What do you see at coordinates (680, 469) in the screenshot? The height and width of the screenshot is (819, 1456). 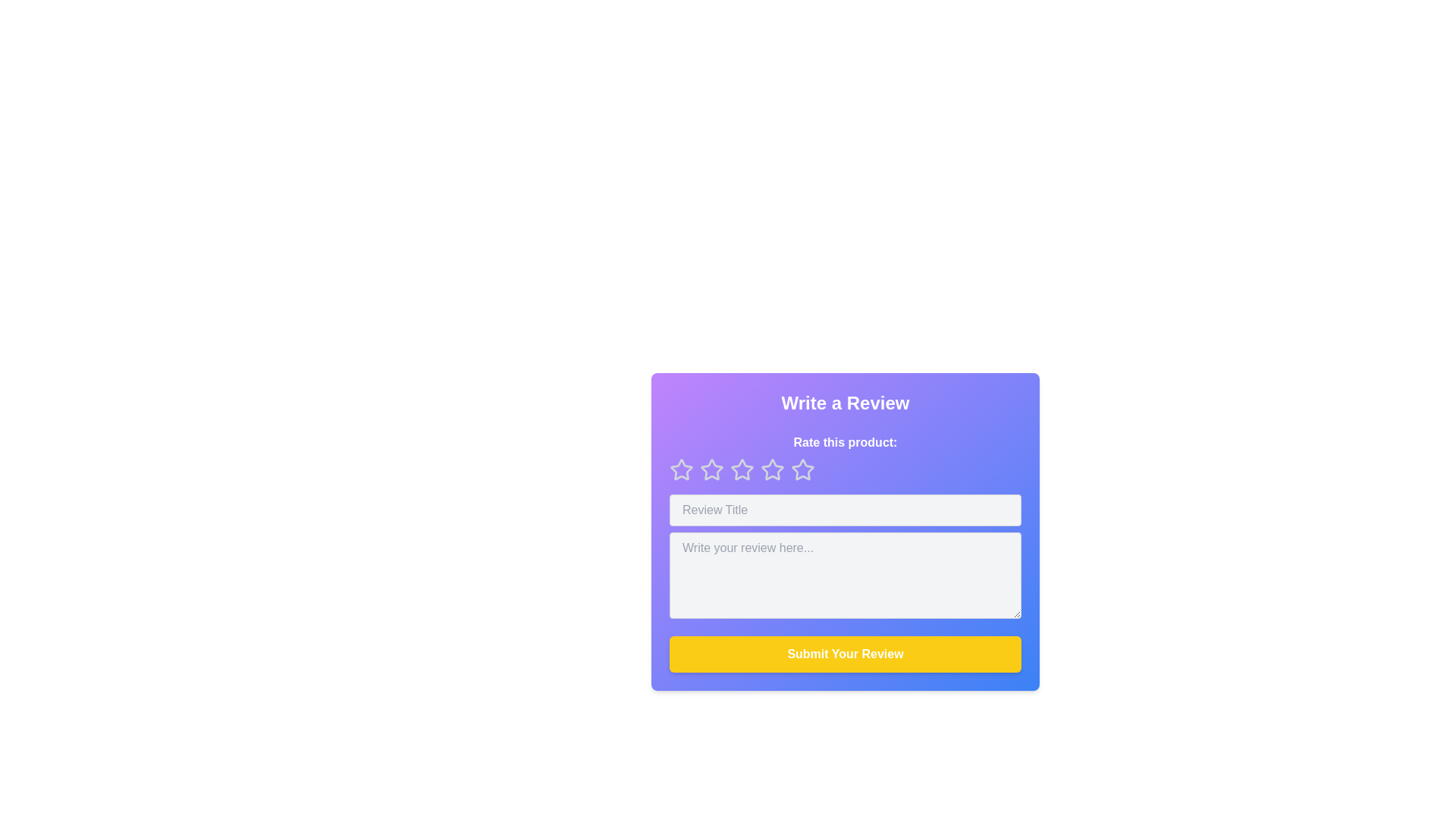 I see `the first star rating element in the interactive review section` at bounding box center [680, 469].